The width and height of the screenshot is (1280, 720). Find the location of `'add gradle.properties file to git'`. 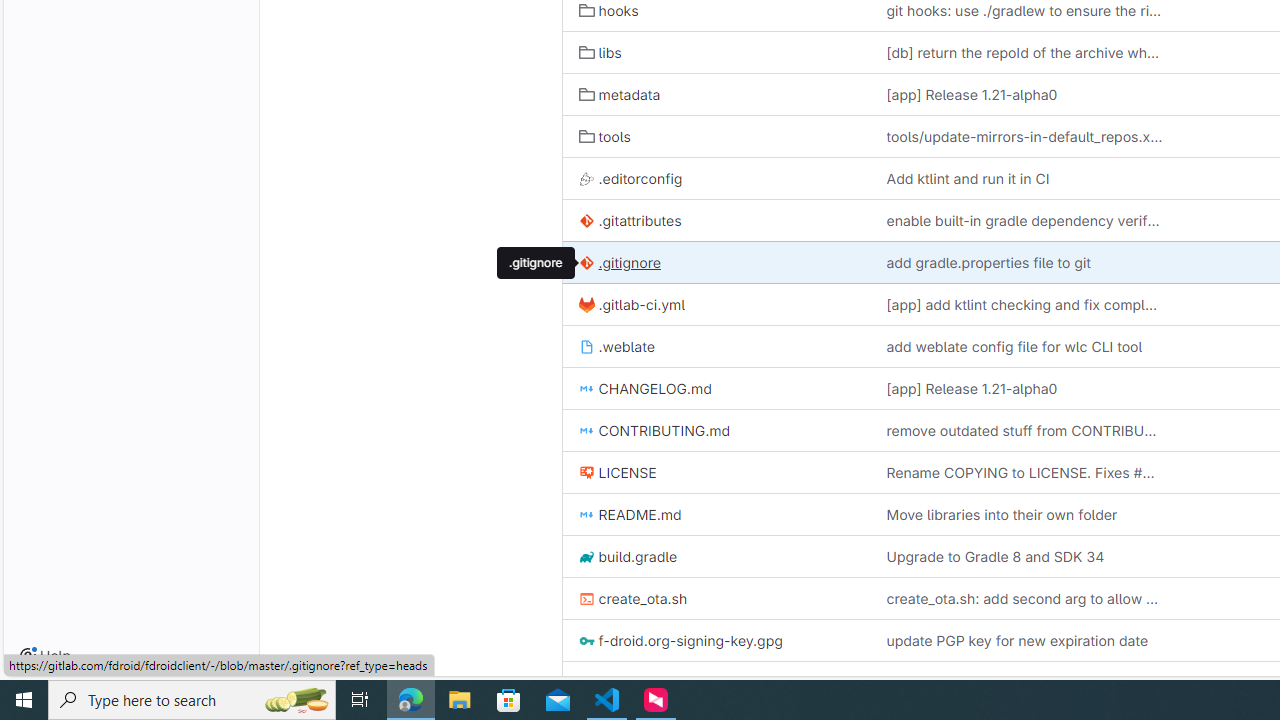

'add gradle.properties file to git' is located at coordinates (988, 262).